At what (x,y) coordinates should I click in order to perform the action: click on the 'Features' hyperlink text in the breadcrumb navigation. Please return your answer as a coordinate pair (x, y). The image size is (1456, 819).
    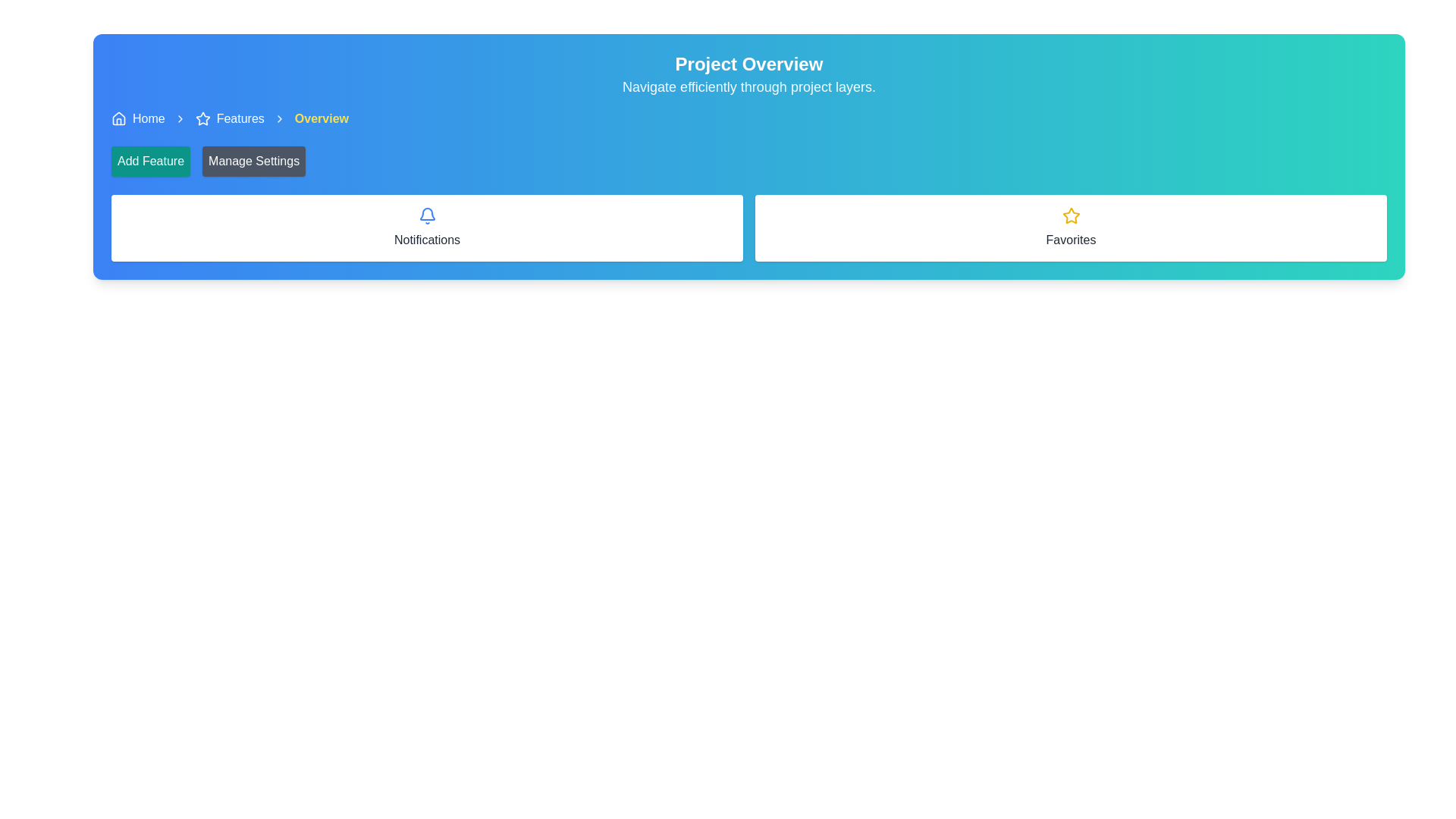
    Looking at the image, I should click on (239, 118).